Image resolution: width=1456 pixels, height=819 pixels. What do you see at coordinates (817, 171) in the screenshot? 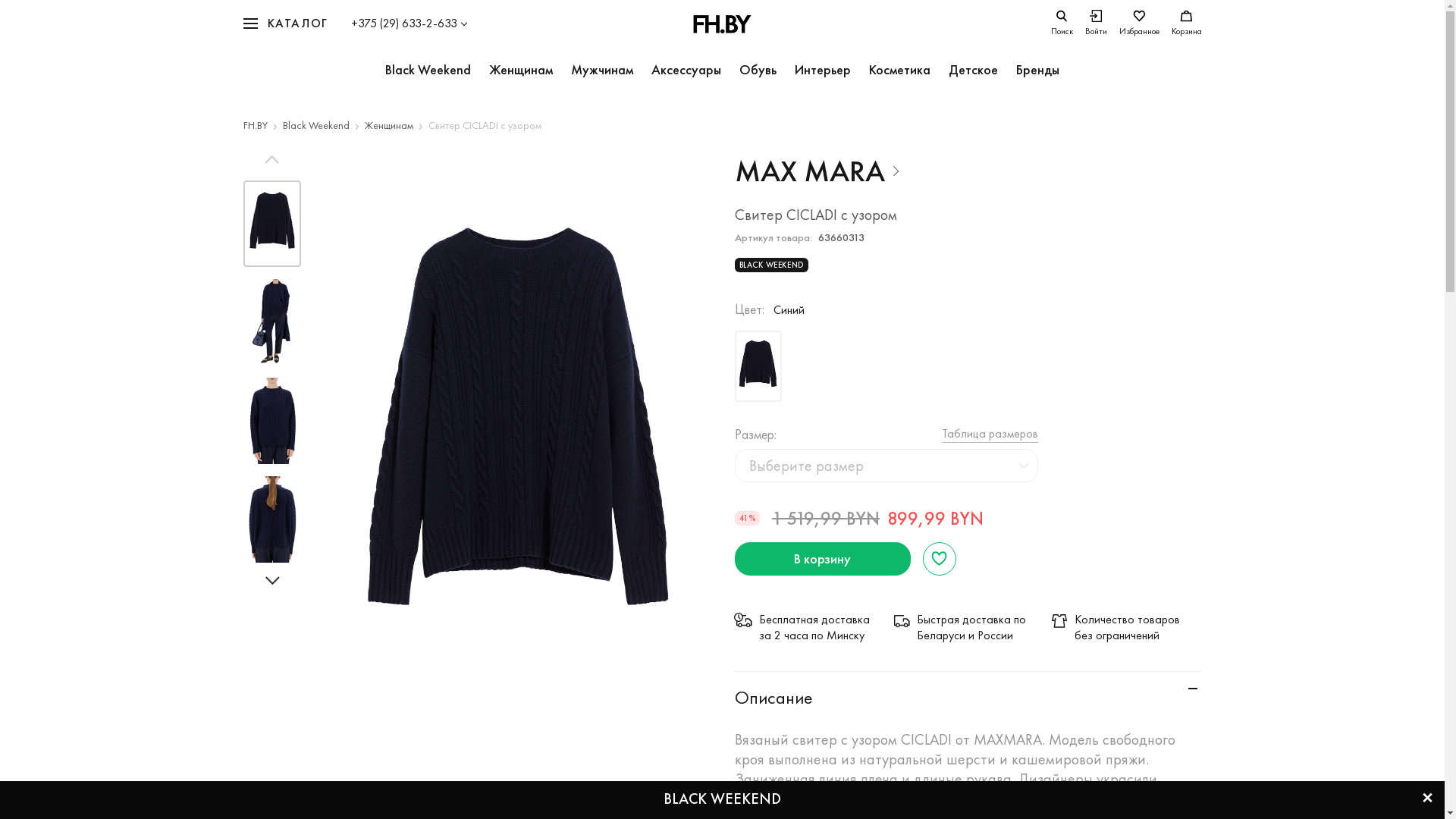
I see `'MAX` at bounding box center [817, 171].